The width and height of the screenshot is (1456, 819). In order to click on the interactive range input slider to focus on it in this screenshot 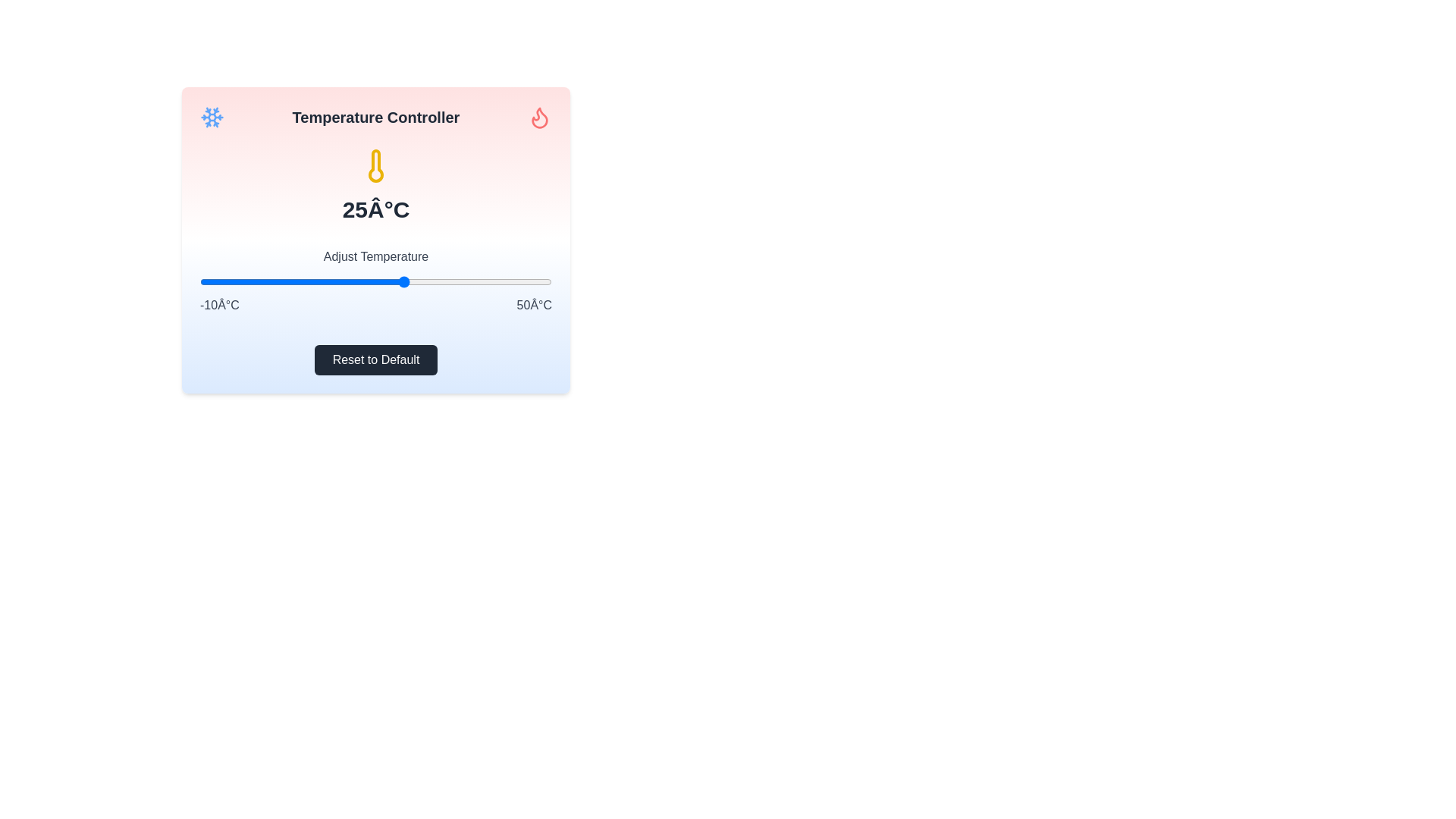, I will do `click(375, 281)`.